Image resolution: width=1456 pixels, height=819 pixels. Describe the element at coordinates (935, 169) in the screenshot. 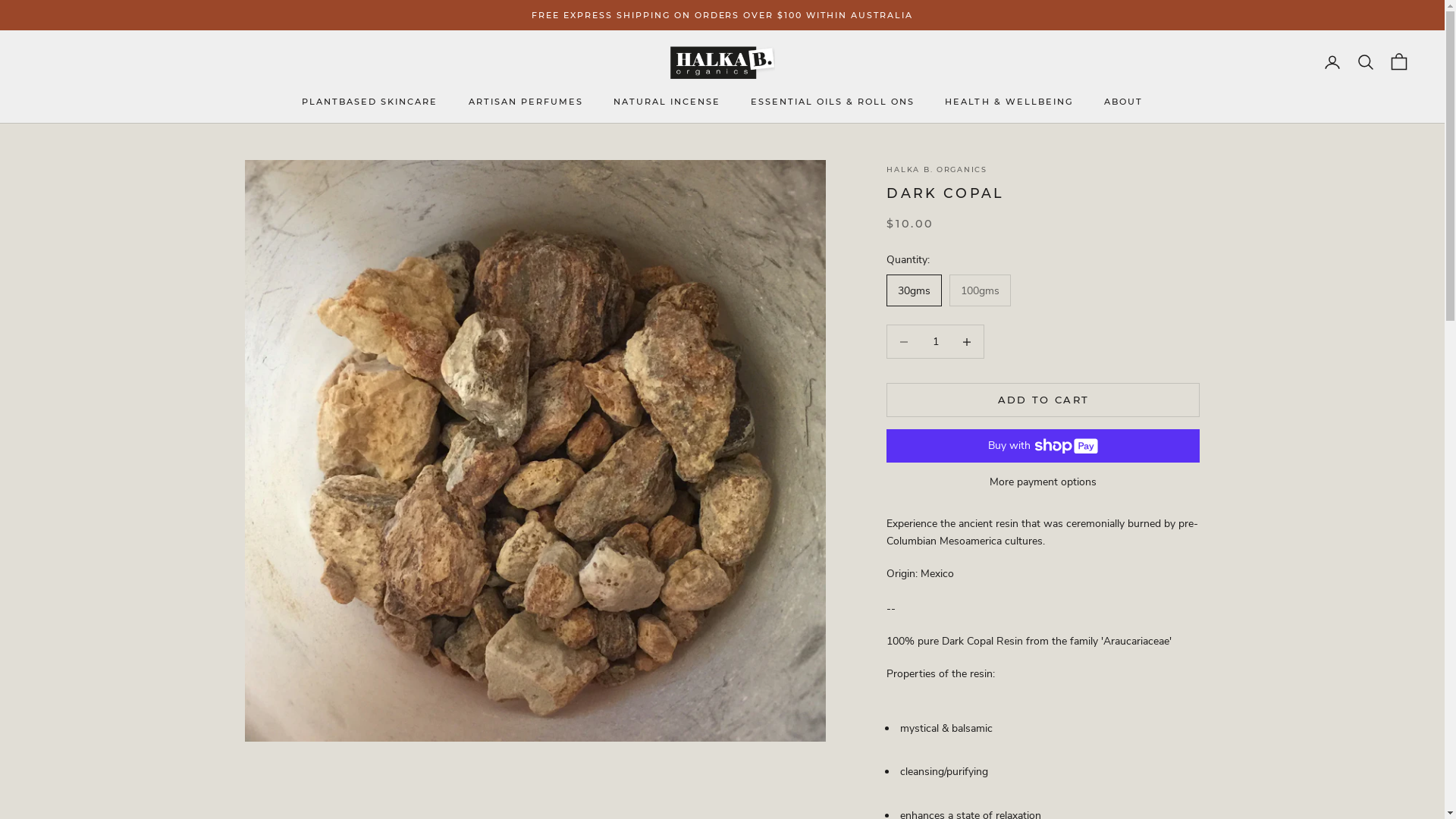

I see `'HALKA B. ORGANICS'` at that location.